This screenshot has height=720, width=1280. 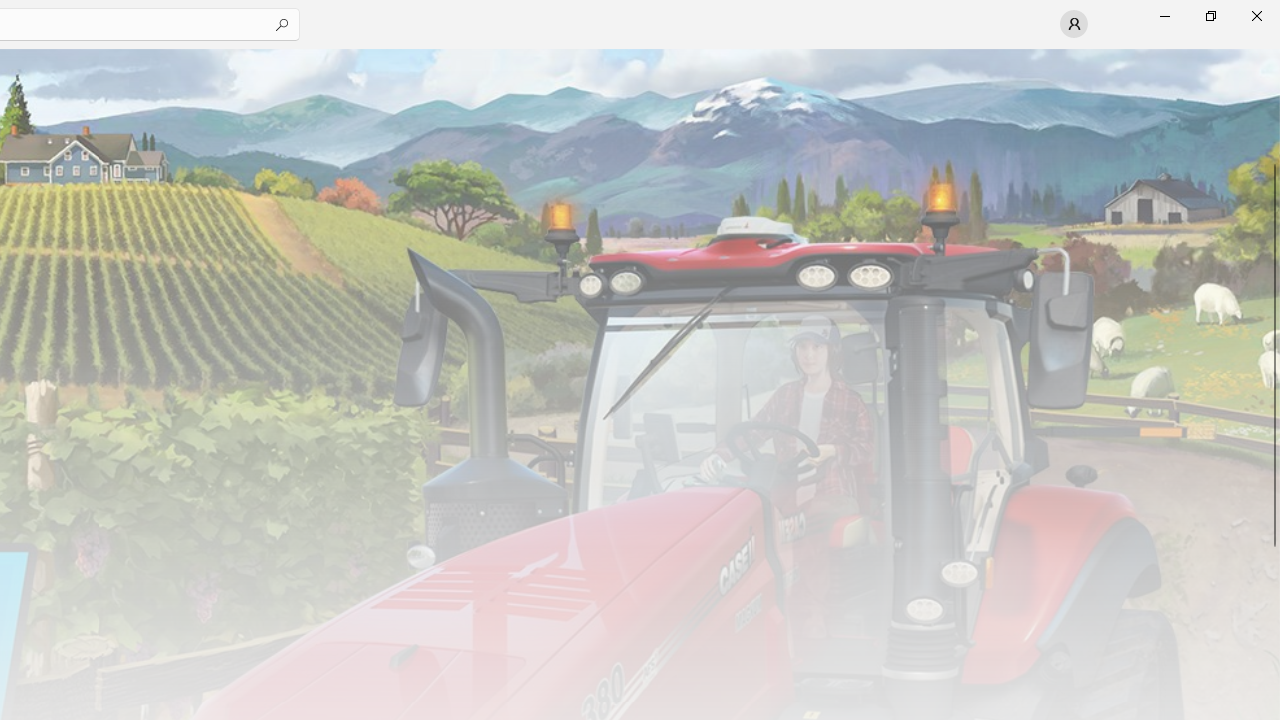 What do you see at coordinates (1271, 54) in the screenshot?
I see `'Vertical Small Decrease'` at bounding box center [1271, 54].